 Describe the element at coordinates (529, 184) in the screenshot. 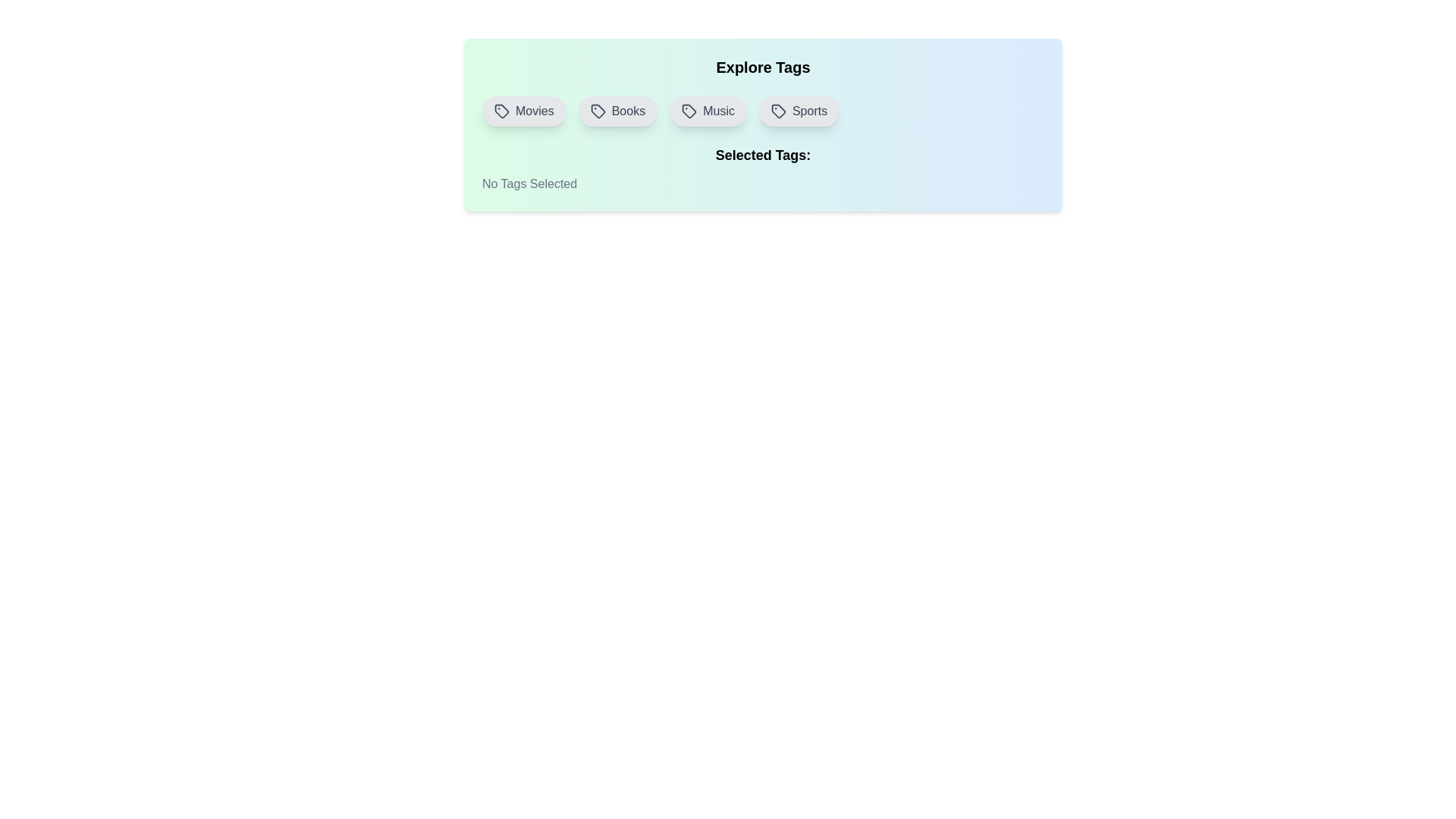

I see `the informational Text Label indicating that no tags have been selected yet, which is located at the leftmost part within the 'Selected Tags:' section` at that location.